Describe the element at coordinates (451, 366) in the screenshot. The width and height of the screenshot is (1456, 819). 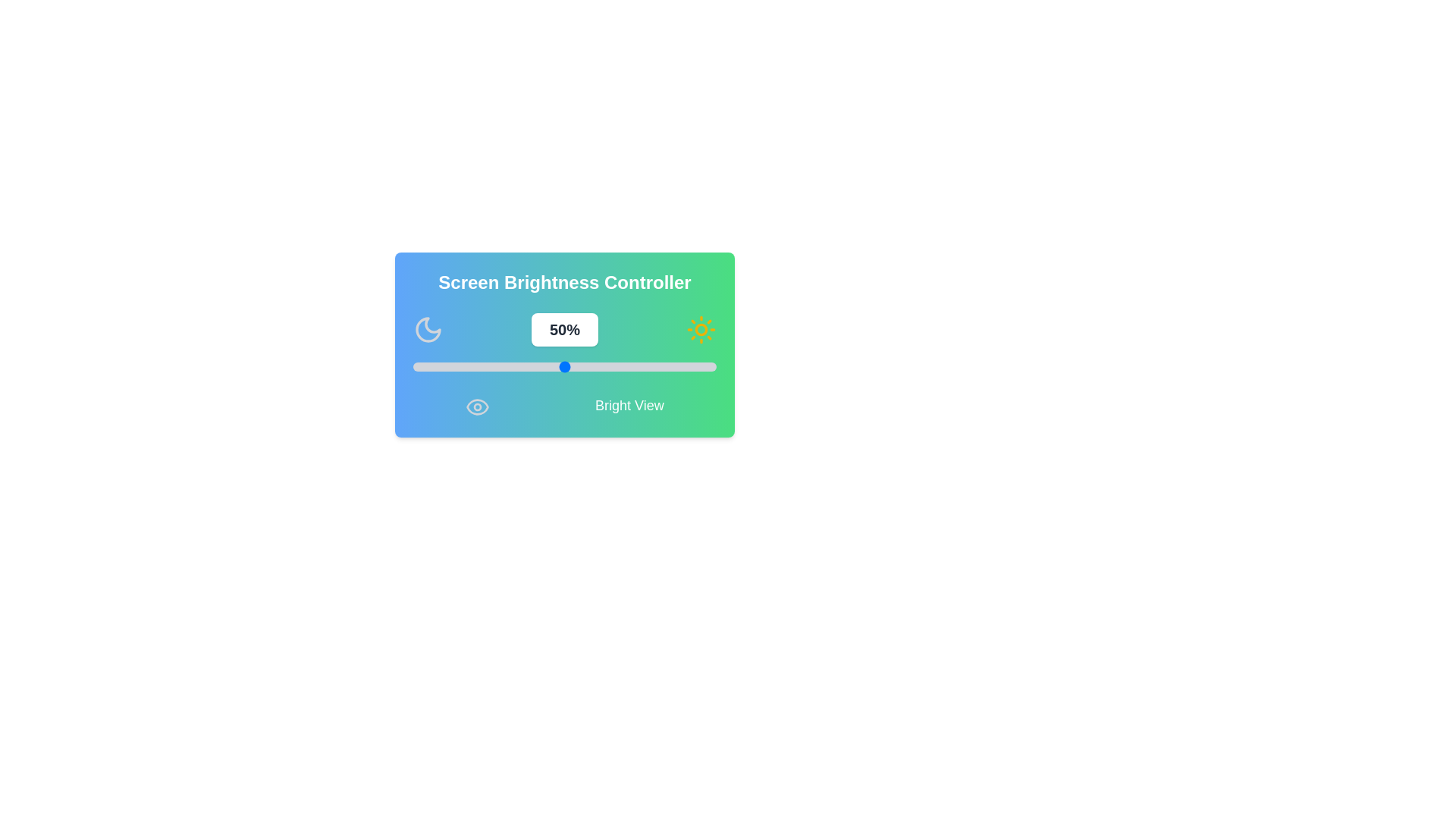
I see `the brightness level to 13% using the slider` at that location.